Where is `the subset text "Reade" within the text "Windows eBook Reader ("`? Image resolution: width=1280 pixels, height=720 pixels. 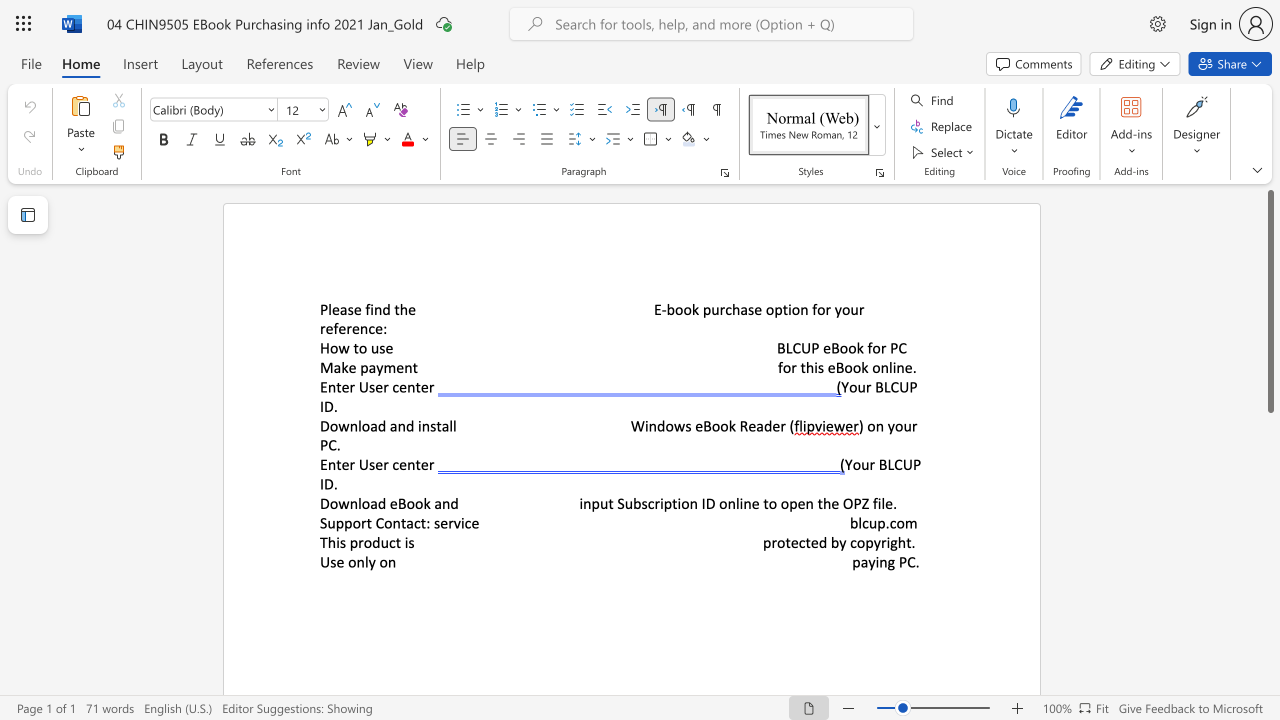 the subset text "Reade" within the text "Windows eBook Reader (" is located at coordinates (738, 425).